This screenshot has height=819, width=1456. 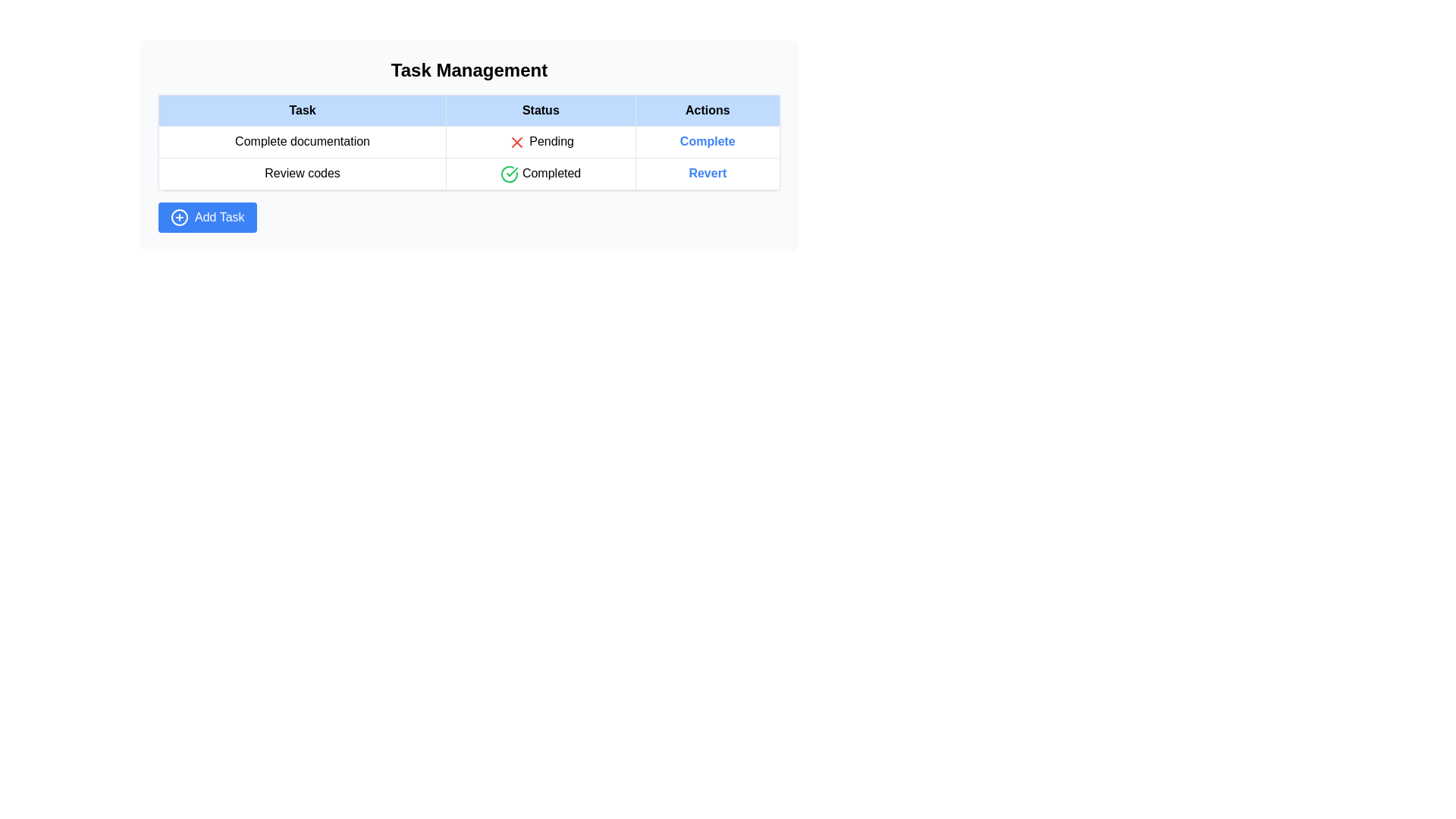 What do you see at coordinates (707, 173) in the screenshot?
I see `the second Clickable Text Link in the 'Actions' column of the table` at bounding box center [707, 173].